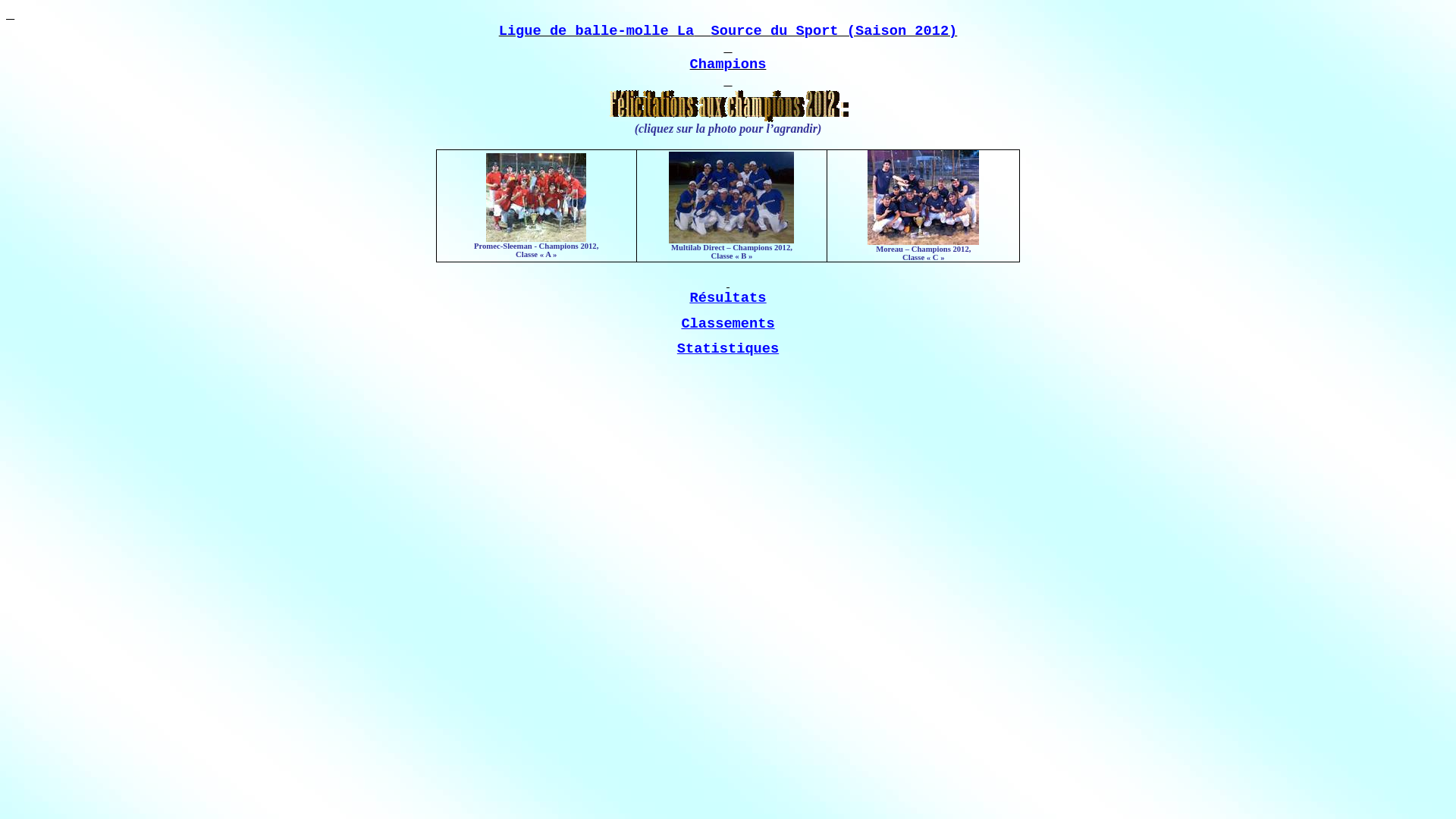 The image size is (1456, 819). What do you see at coordinates (726, 323) in the screenshot?
I see `'Classements'` at bounding box center [726, 323].